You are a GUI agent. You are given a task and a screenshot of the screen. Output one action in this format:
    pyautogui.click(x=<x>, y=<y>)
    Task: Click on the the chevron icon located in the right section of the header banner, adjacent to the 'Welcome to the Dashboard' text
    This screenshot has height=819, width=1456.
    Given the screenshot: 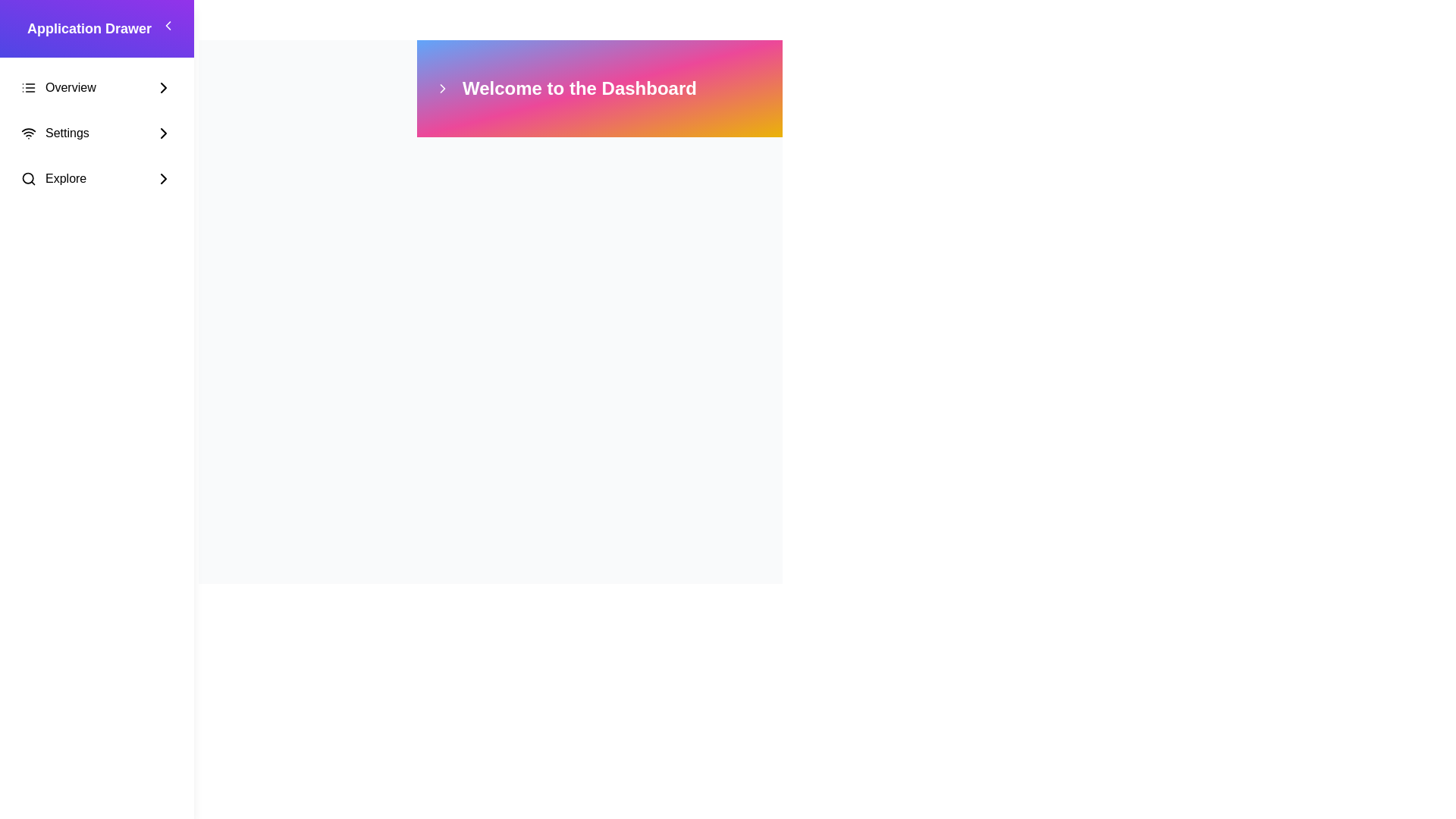 What is the action you would take?
    pyautogui.click(x=442, y=88)
    